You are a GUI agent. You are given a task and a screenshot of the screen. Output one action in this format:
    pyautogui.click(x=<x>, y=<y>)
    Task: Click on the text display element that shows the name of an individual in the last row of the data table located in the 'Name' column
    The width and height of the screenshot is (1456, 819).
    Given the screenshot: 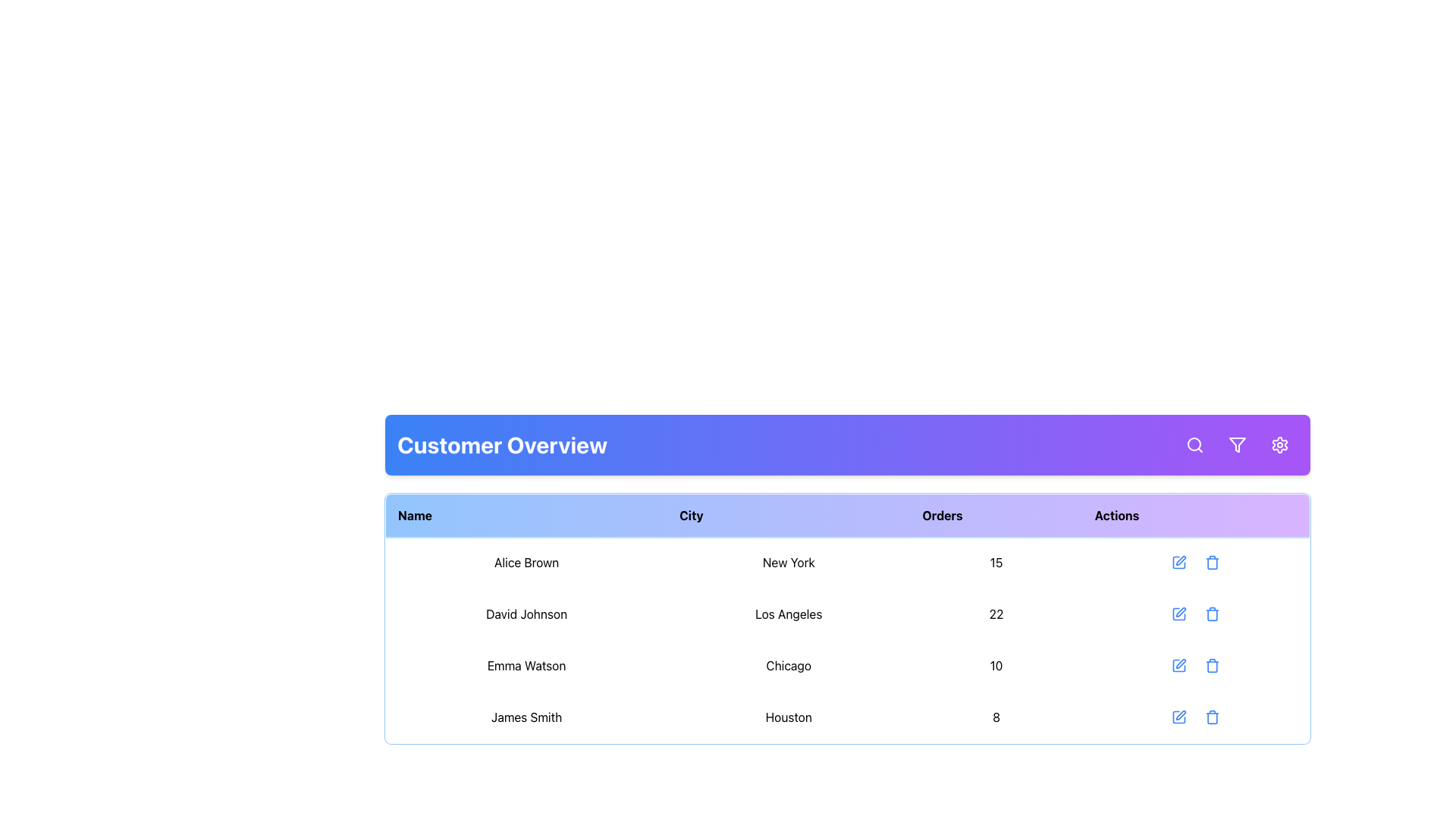 What is the action you would take?
    pyautogui.click(x=526, y=717)
    